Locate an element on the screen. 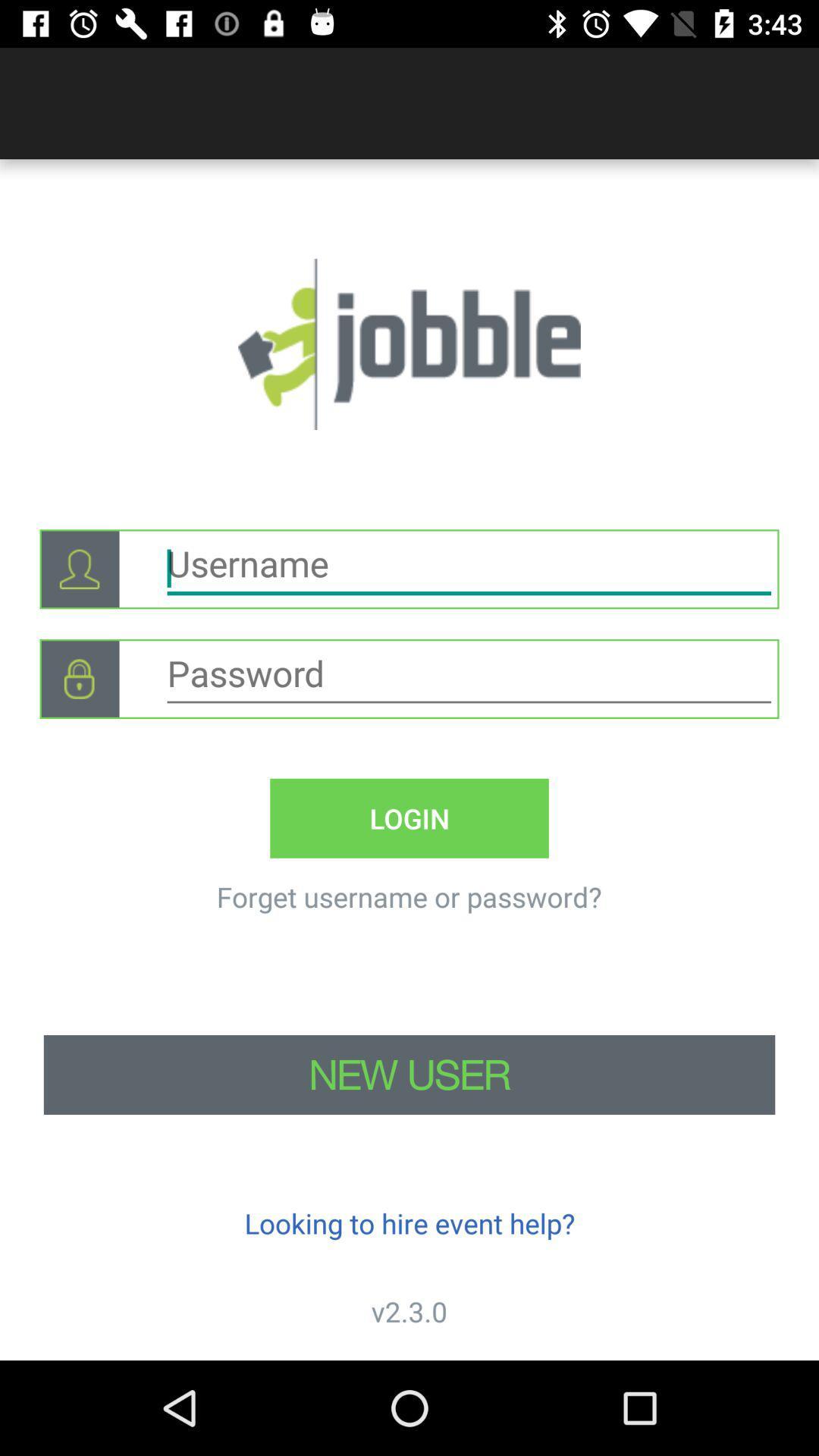 This screenshot has height=1456, width=819. new user icon is located at coordinates (409, 1074).